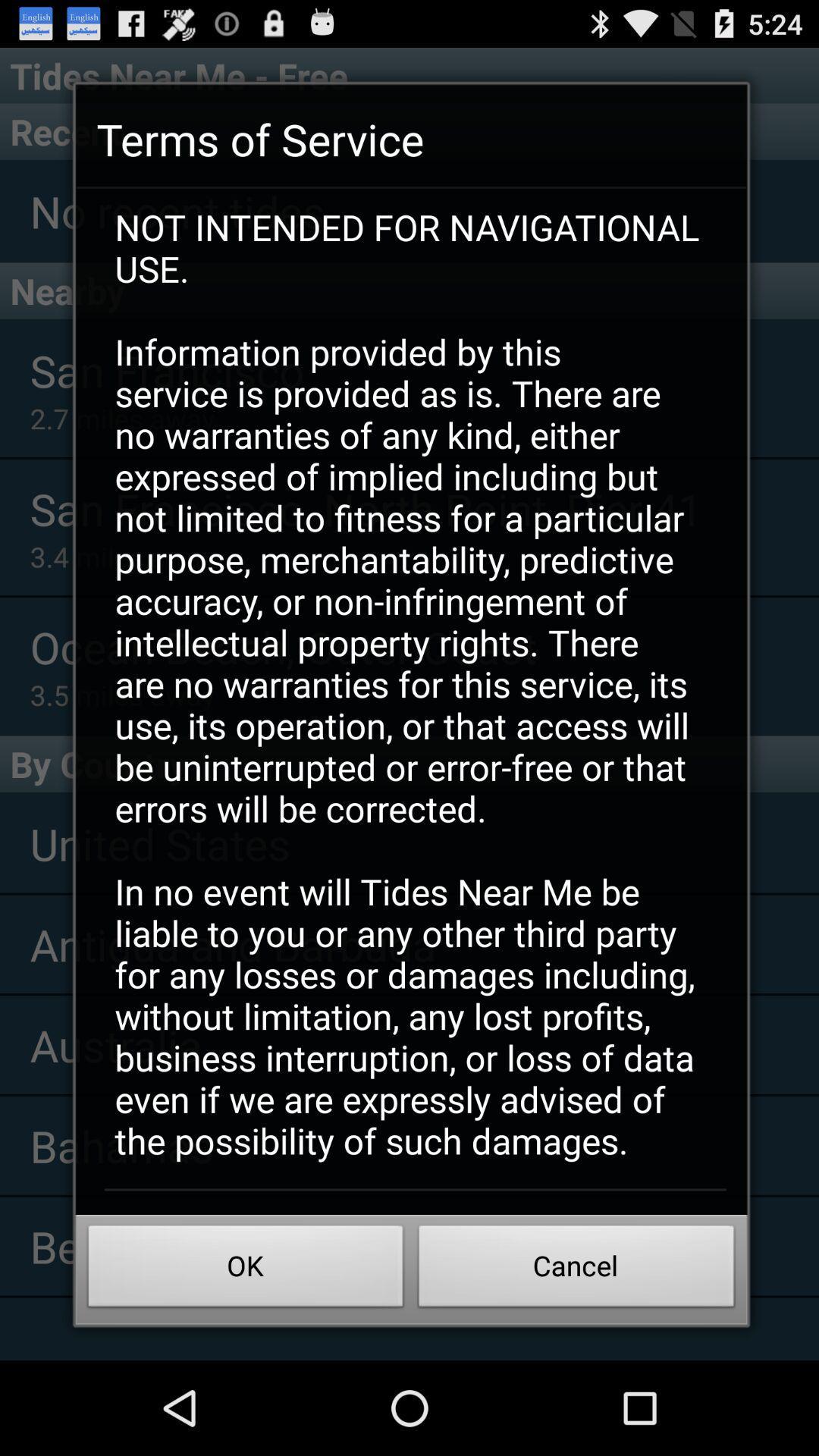  I want to click on the item next to ok item, so click(576, 1270).